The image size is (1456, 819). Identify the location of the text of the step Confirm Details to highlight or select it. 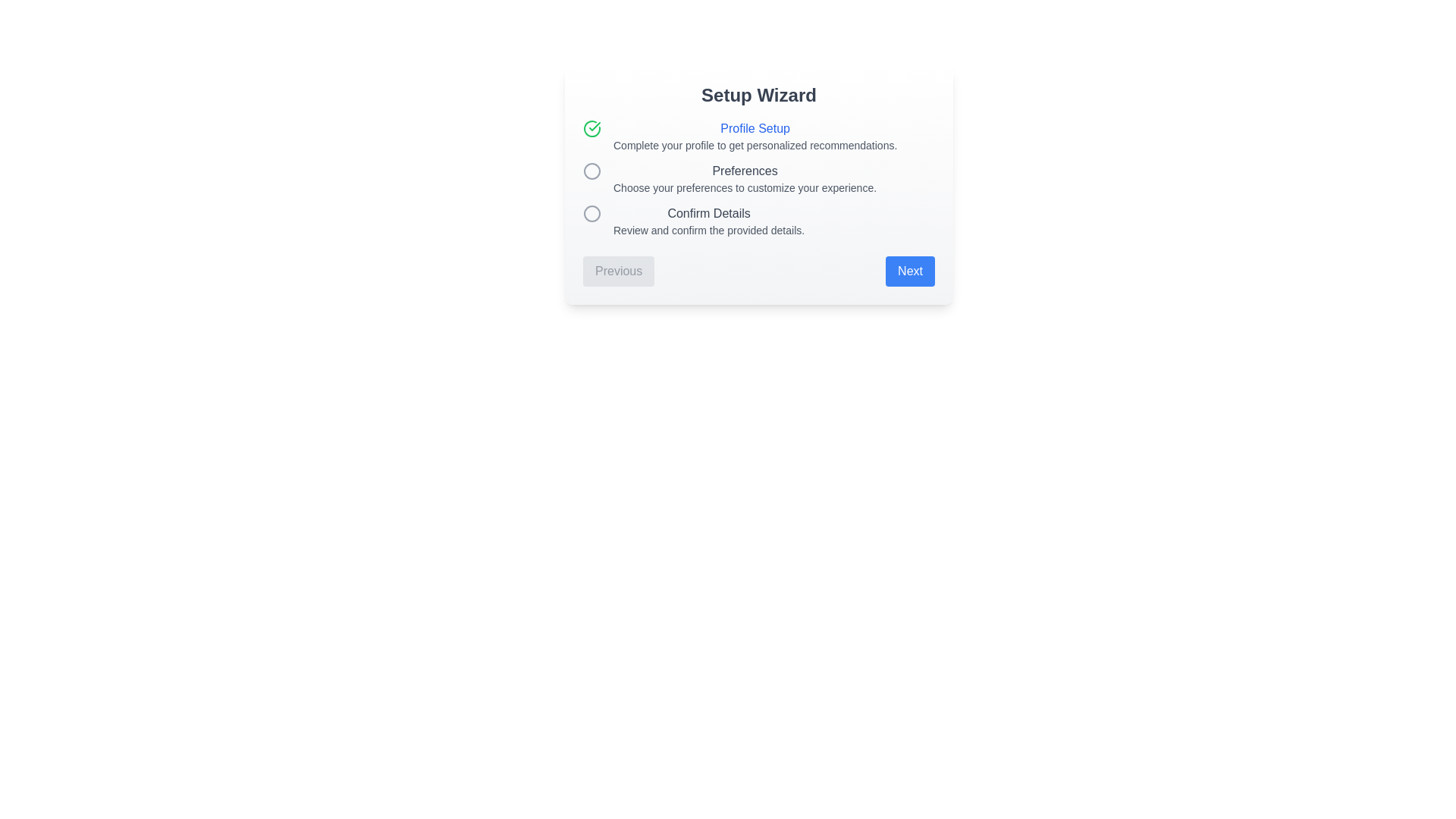
(708, 213).